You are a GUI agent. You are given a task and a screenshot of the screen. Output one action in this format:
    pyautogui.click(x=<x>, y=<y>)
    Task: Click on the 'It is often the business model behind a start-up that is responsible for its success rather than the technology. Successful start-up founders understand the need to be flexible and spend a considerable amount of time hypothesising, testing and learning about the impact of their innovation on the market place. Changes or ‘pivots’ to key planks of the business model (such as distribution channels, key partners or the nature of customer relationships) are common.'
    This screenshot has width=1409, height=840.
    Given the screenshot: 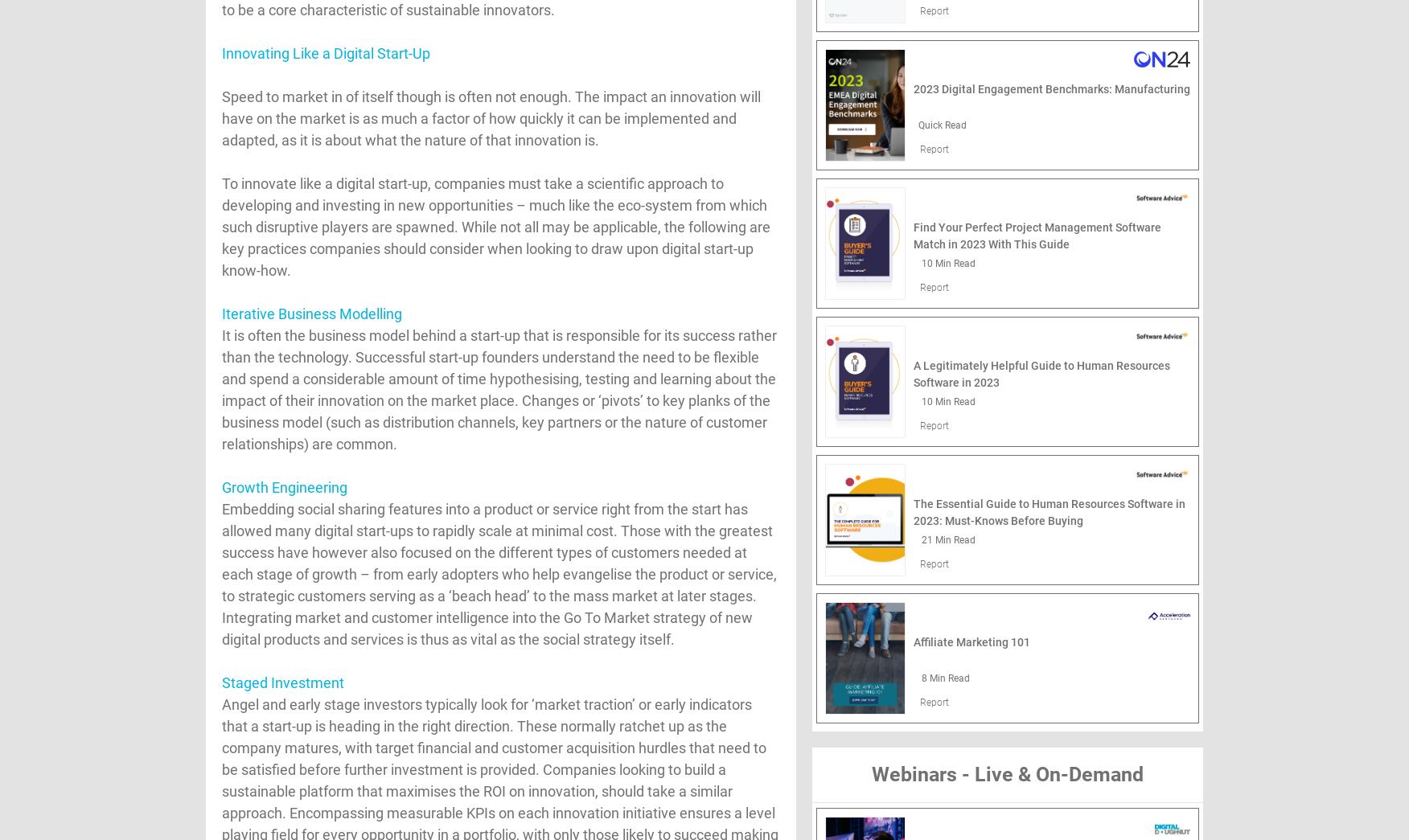 What is the action you would take?
    pyautogui.click(x=220, y=388)
    